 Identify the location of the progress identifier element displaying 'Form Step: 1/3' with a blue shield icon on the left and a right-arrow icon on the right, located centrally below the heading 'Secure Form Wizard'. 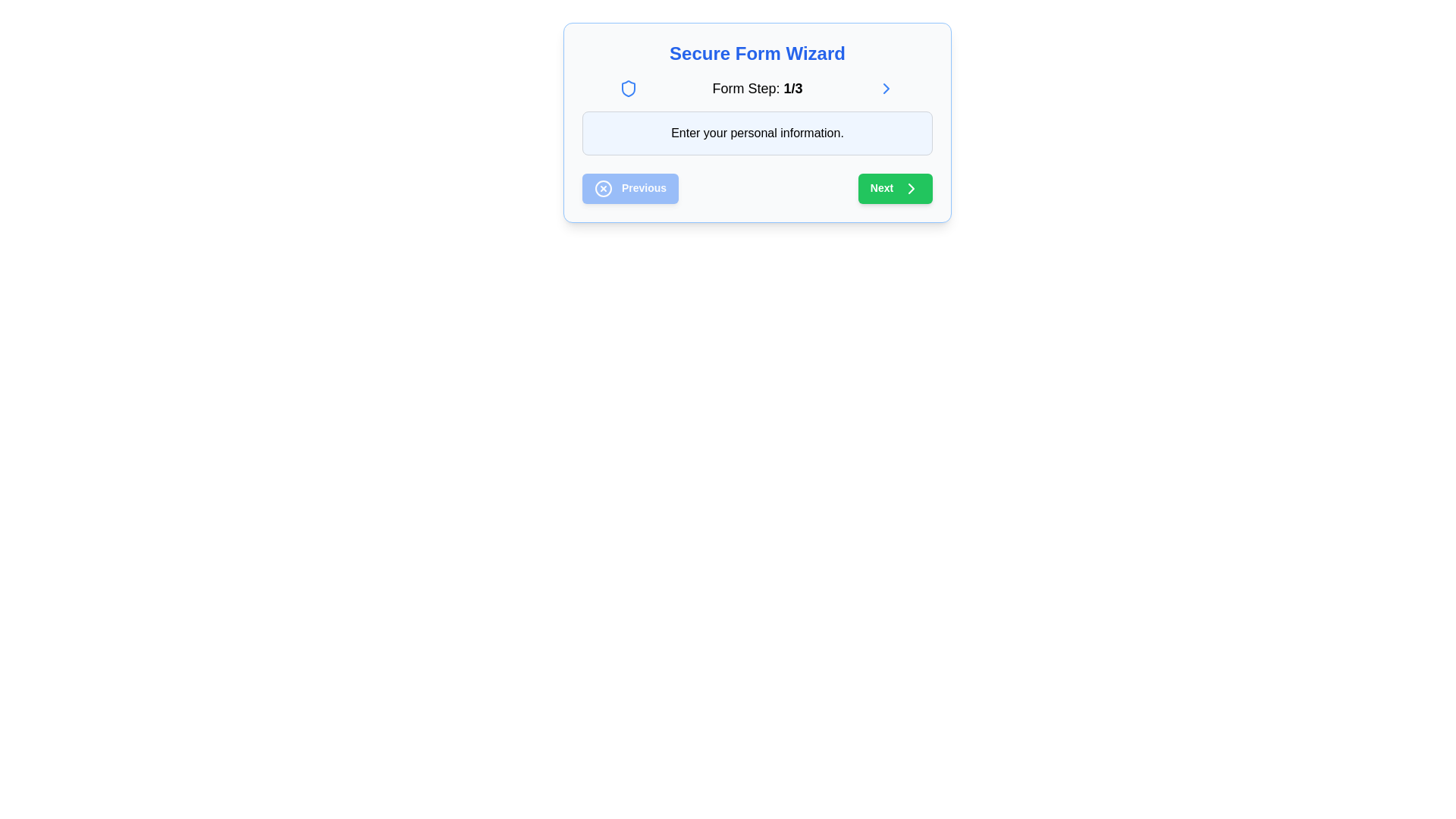
(757, 88).